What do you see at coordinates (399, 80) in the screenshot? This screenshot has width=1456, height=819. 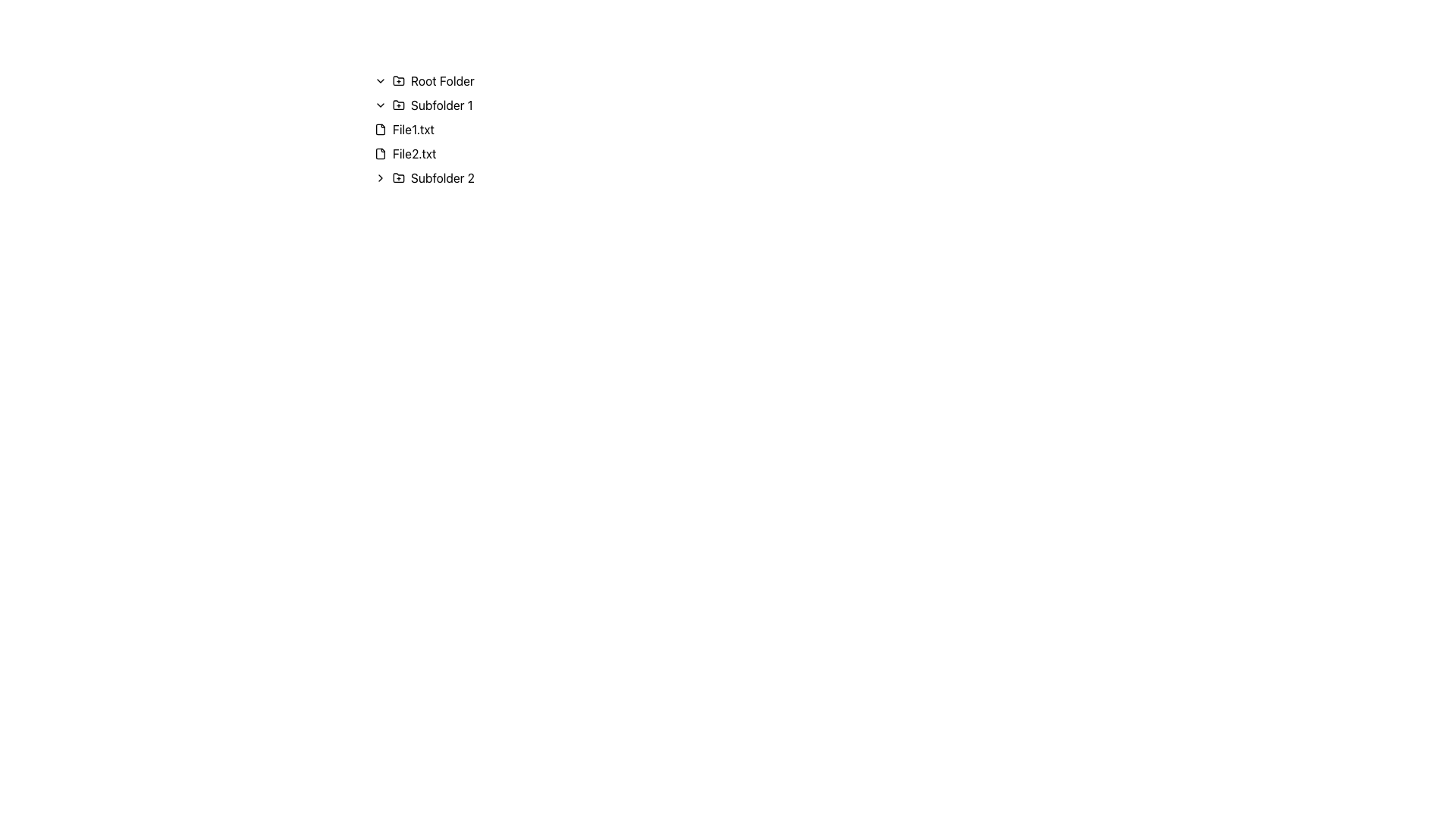 I see `the folder icon with a plus sign next to the 'Root Folder' text label` at bounding box center [399, 80].